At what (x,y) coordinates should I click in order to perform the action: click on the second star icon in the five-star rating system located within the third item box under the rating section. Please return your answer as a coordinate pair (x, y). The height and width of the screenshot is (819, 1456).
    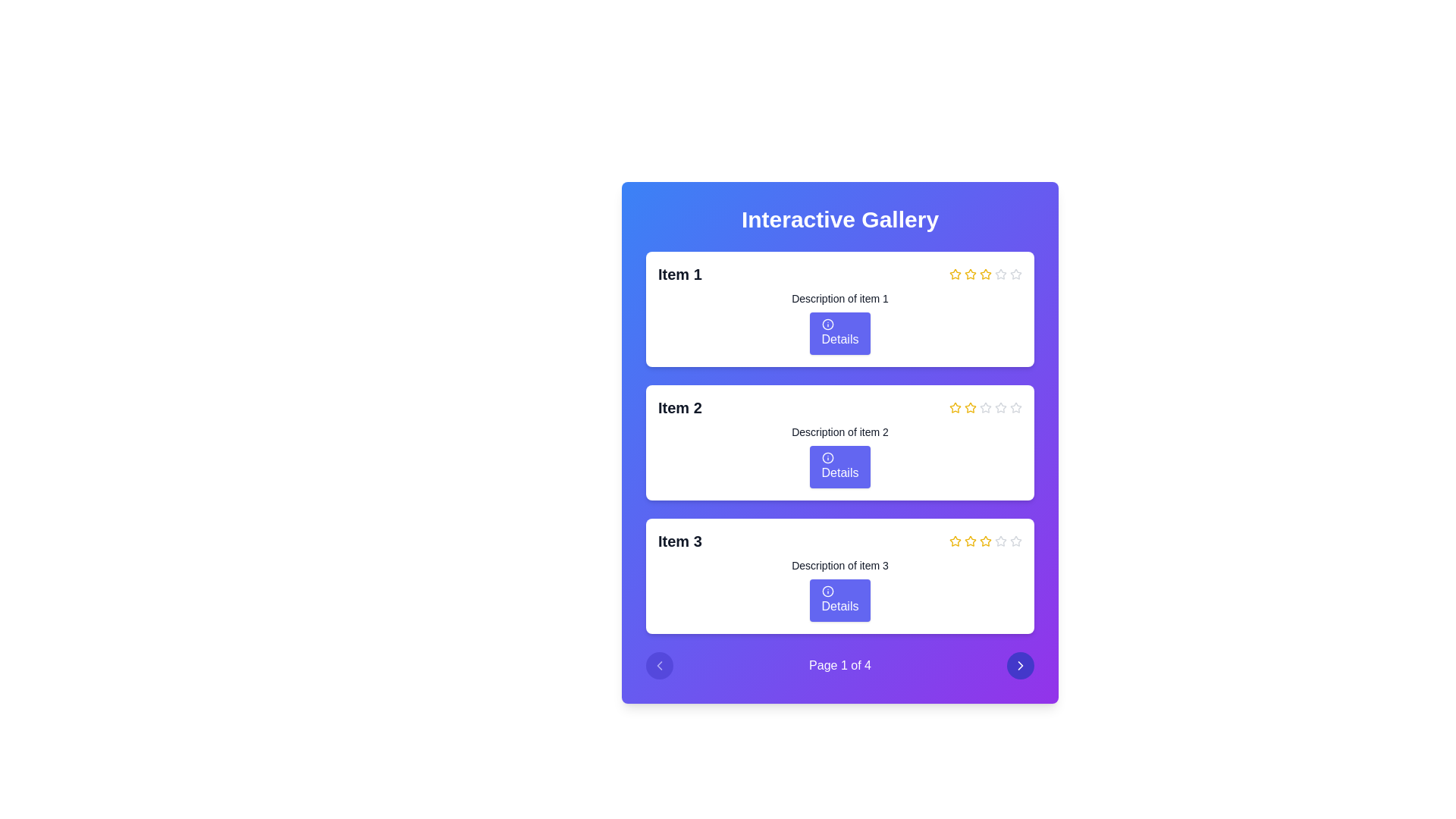
    Looking at the image, I should click on (986, 540).